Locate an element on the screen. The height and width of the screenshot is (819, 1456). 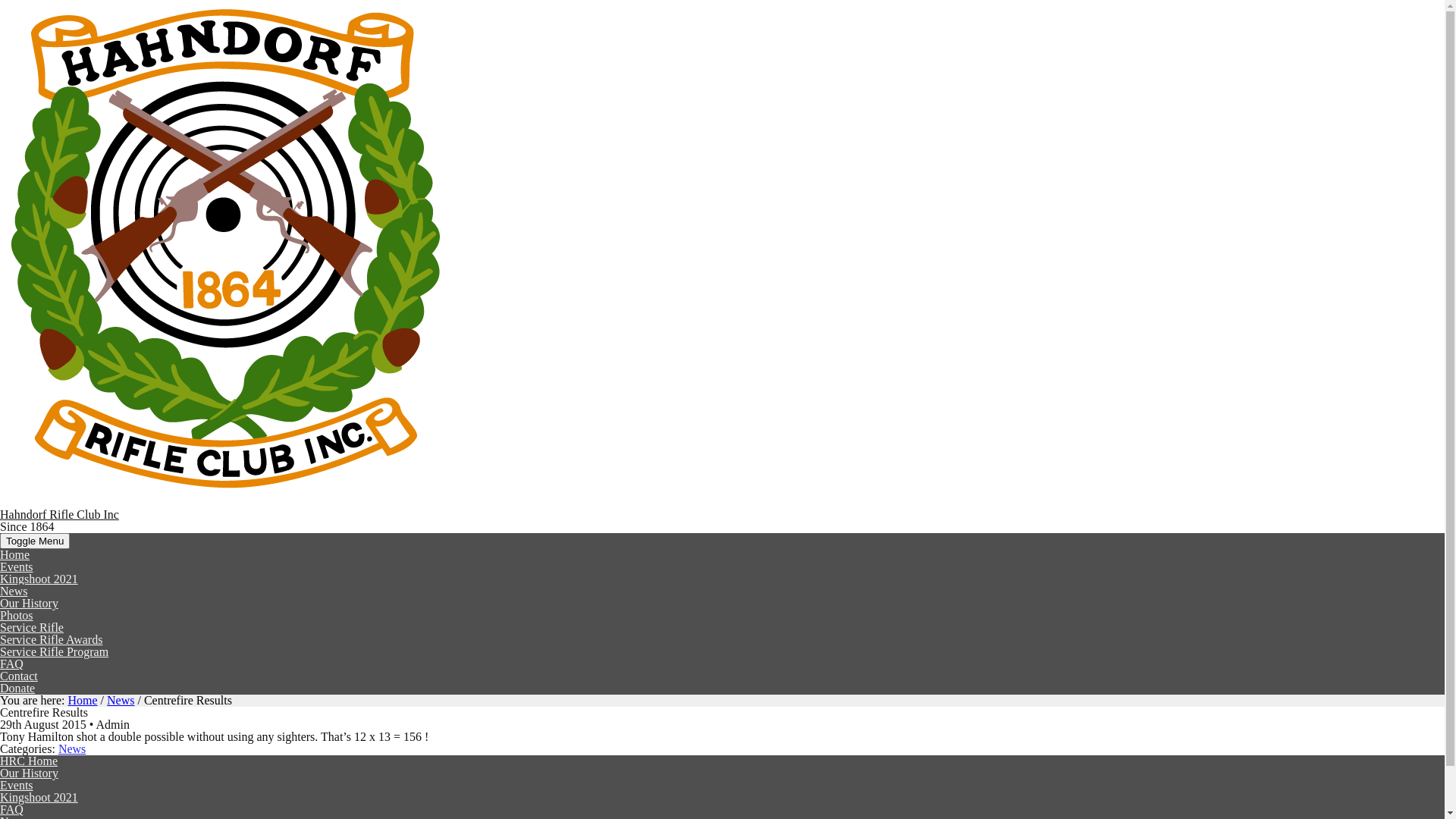
'Photos' is located at coordinates (17, 615).